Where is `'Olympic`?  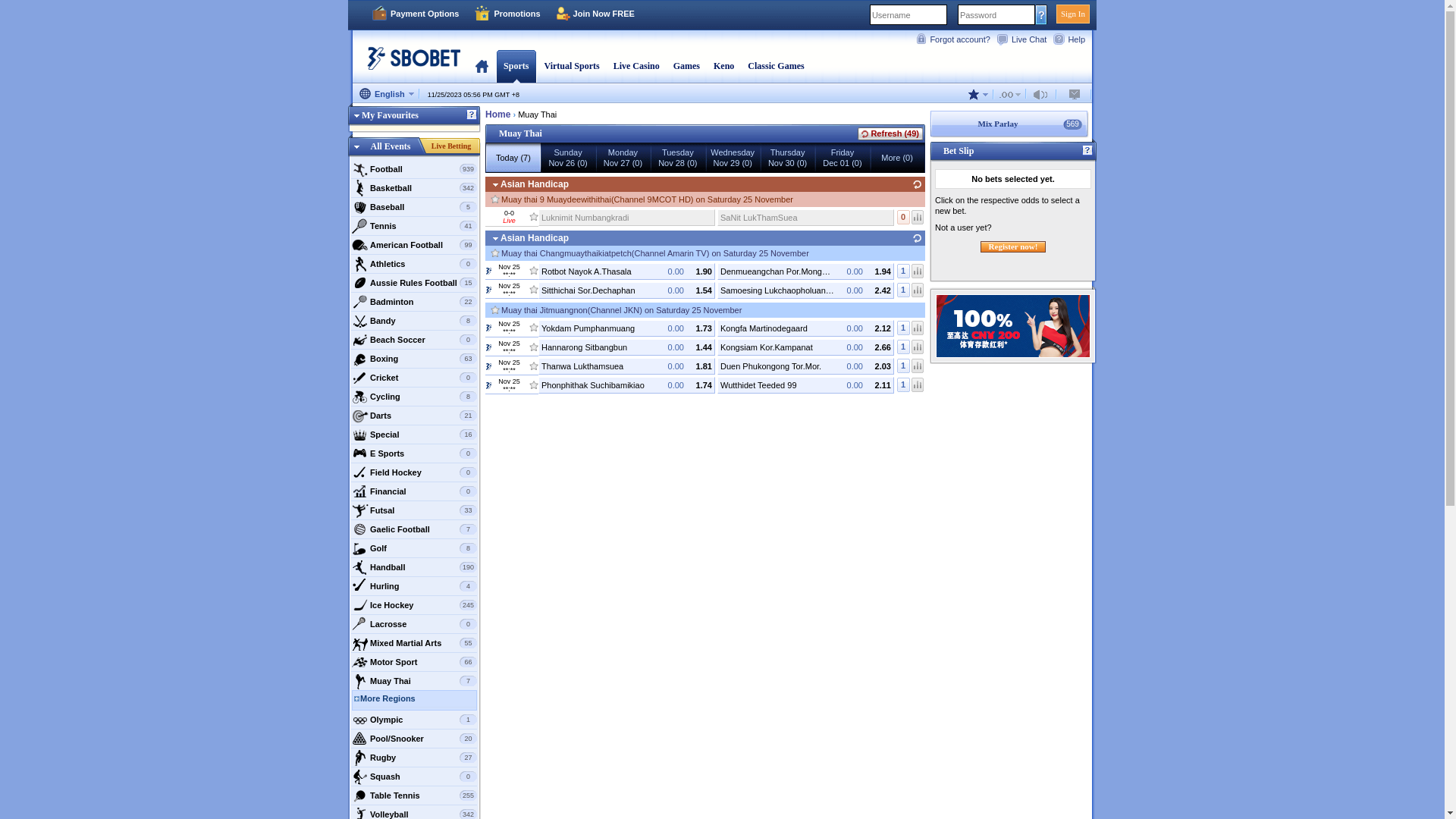 'Olympic is located at coordinates (350, 718).